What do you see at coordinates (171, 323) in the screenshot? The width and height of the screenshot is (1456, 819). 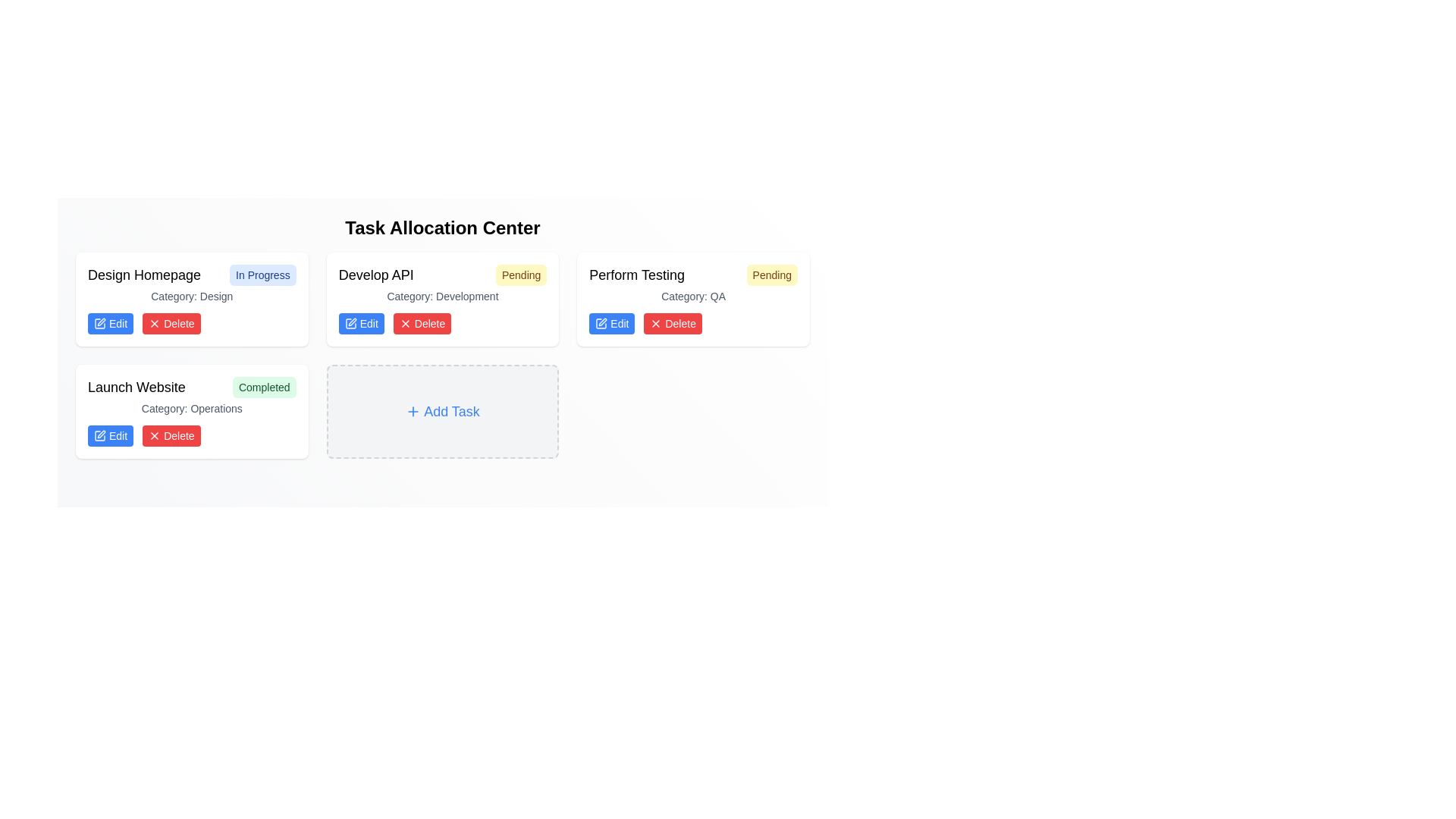 I see `the delete button located to the right of the blue 'Edit' button within the action buttons group at the bottom of a task item card` at bounding box center [171, 323].